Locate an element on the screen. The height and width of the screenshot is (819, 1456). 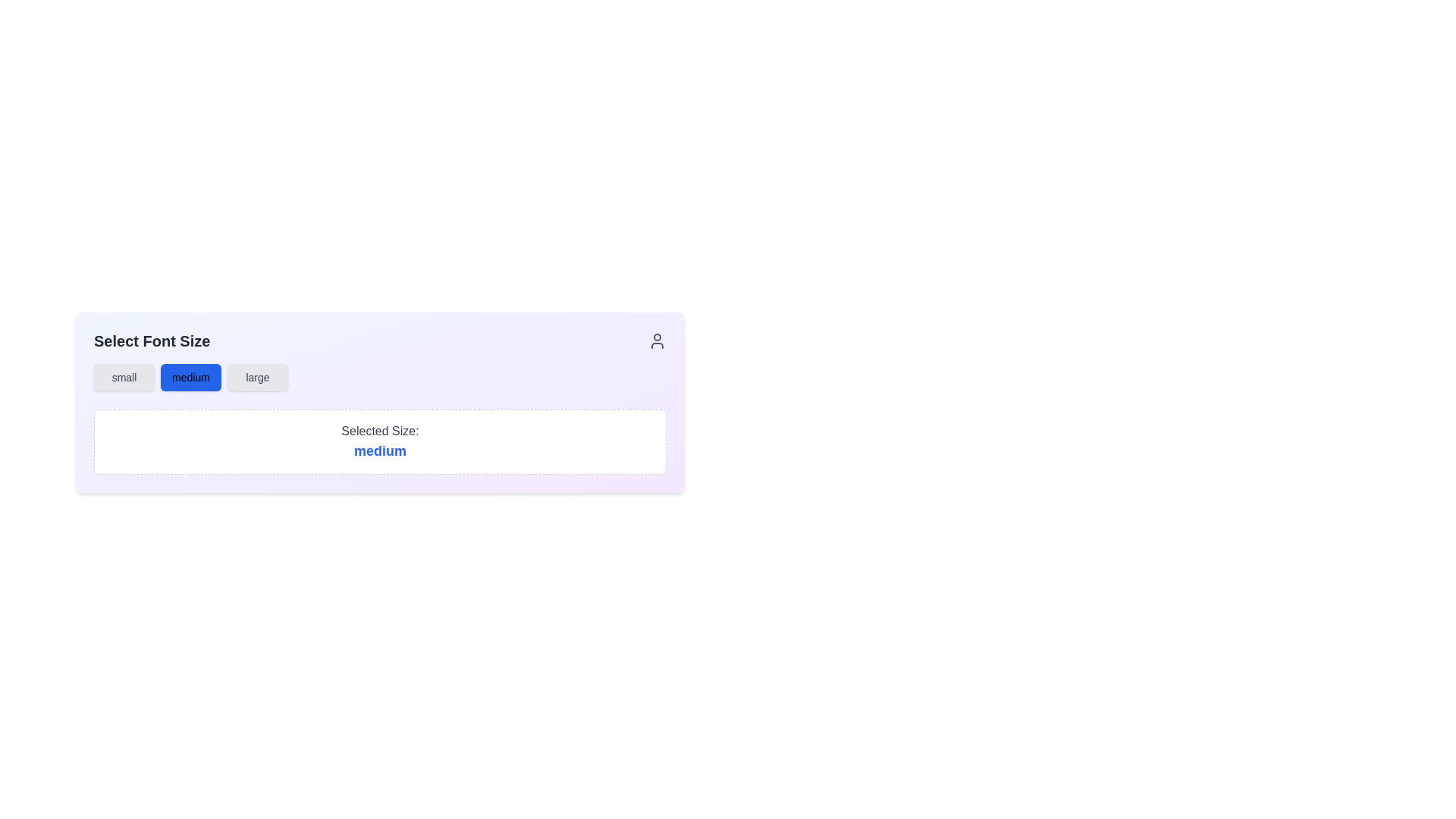
the text label displaying 'Selected Size:' which is a medium gray, sans-serif font, located above the word 'medium' in the size selection feedback section is located at coordinates (380, 431).